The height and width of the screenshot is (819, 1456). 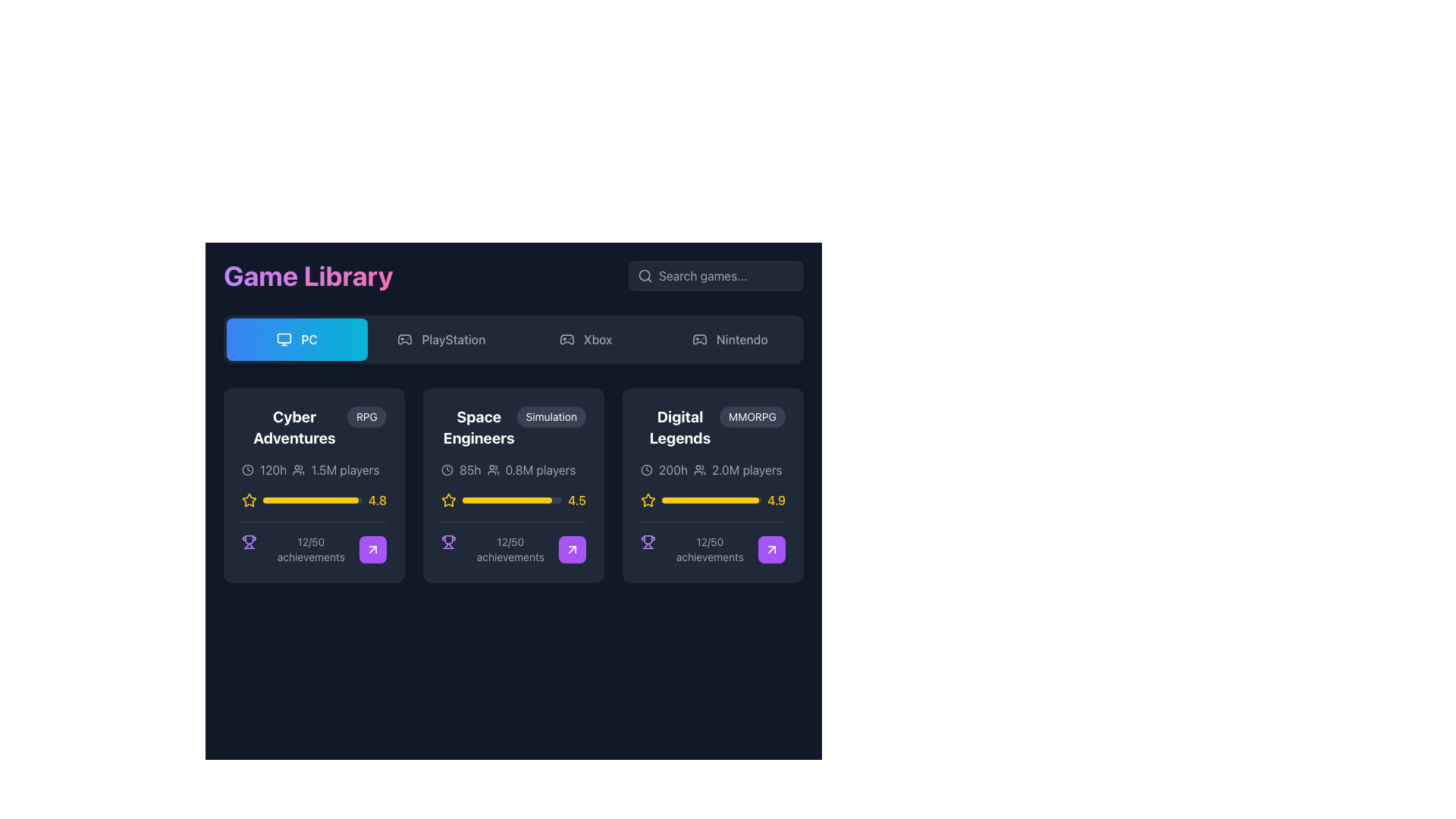 I want to click on the magnifying glass icon located within the search bar at the top right corner of the interface, adjacent to the placeholder text 'Search games...', so click(x=645, y=275).